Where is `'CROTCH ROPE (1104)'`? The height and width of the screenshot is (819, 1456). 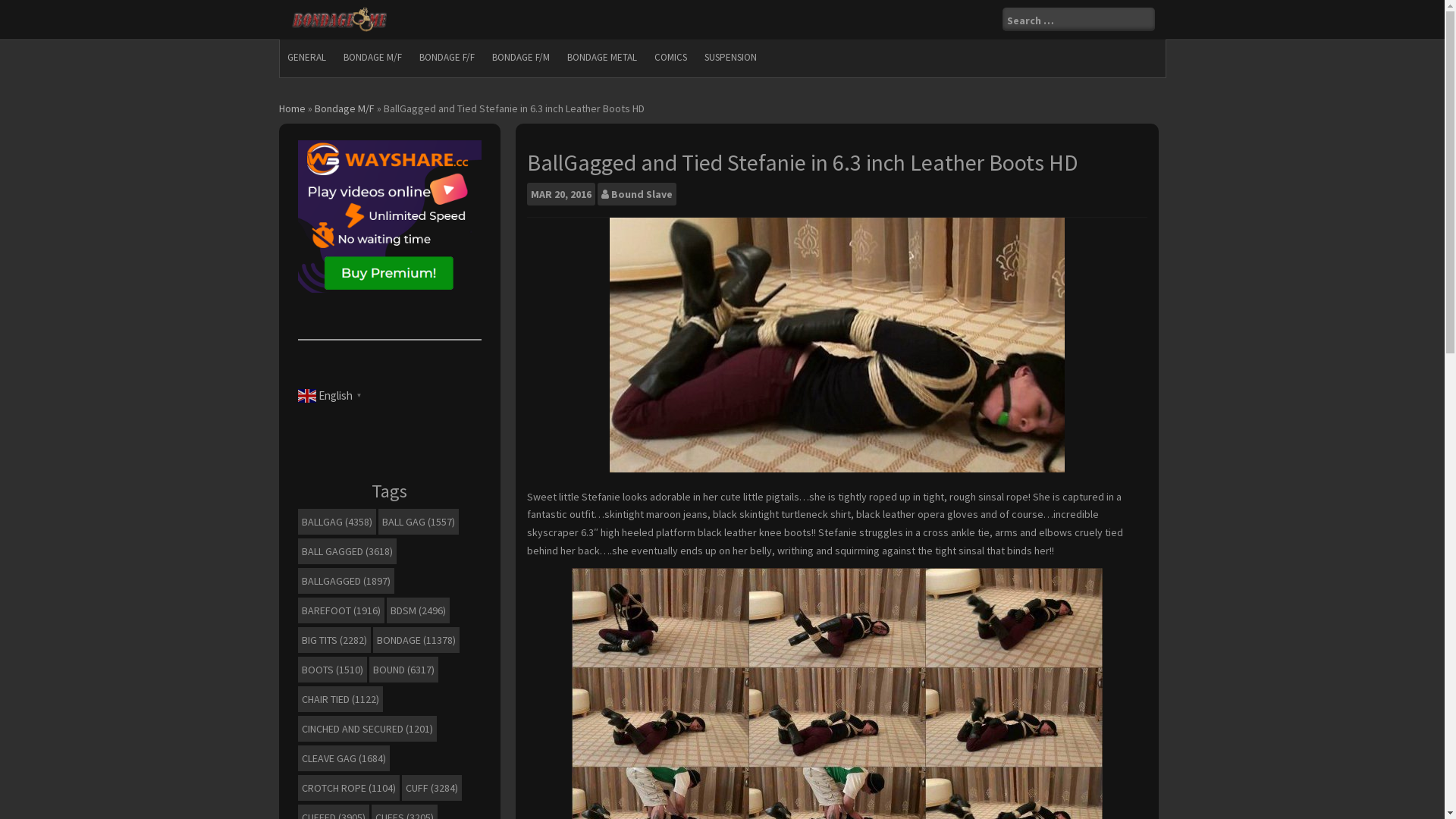
'CROTCH ROPE (1104)' is located at coordinates (347, 786).